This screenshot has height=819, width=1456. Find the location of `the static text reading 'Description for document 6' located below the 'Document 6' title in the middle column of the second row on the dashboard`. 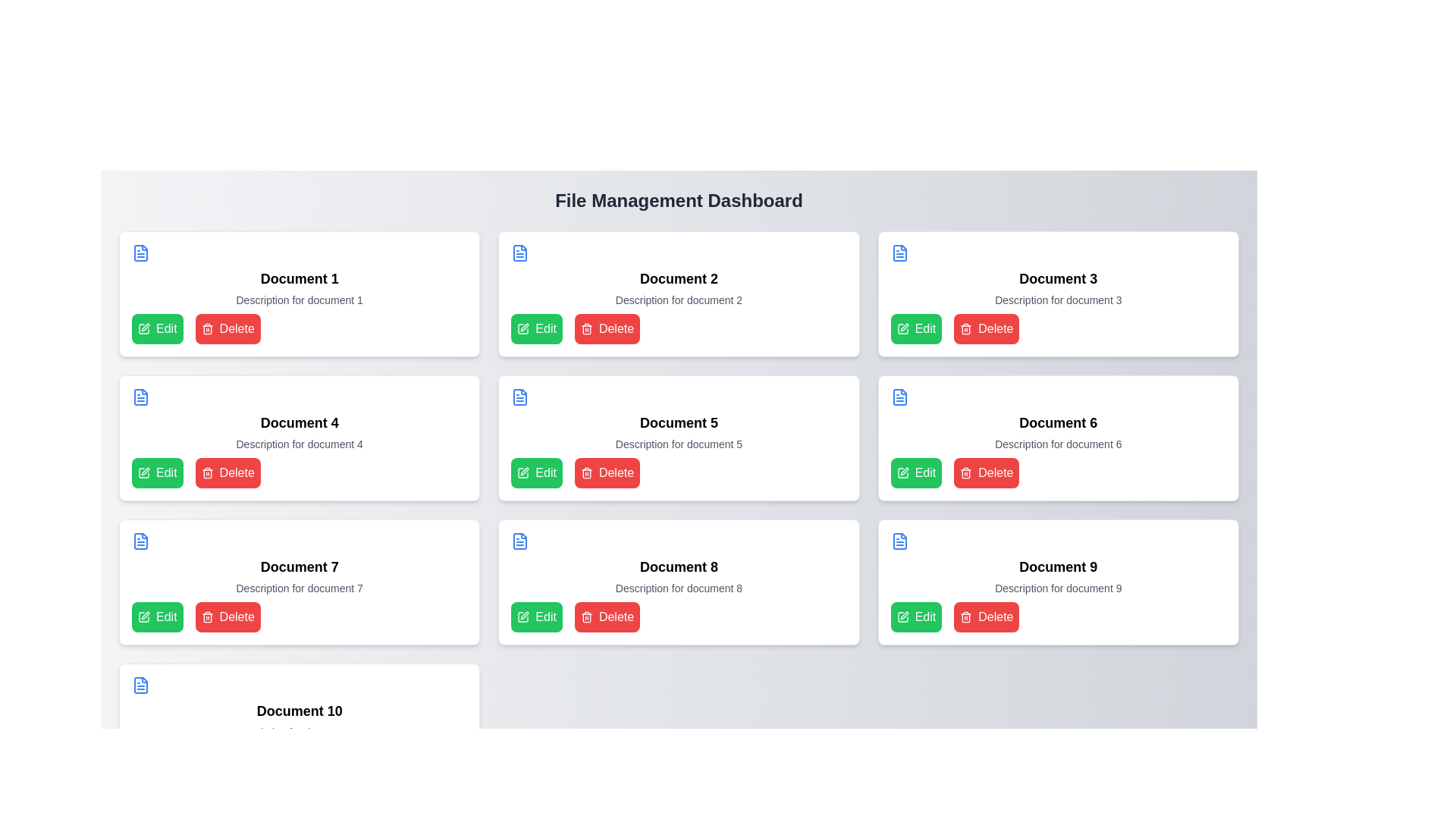

the static text reading 'Description for document 6' located below the 'Document 6' title in the middle column of the second row on the dashboard is located at coordinates (1057, 444).